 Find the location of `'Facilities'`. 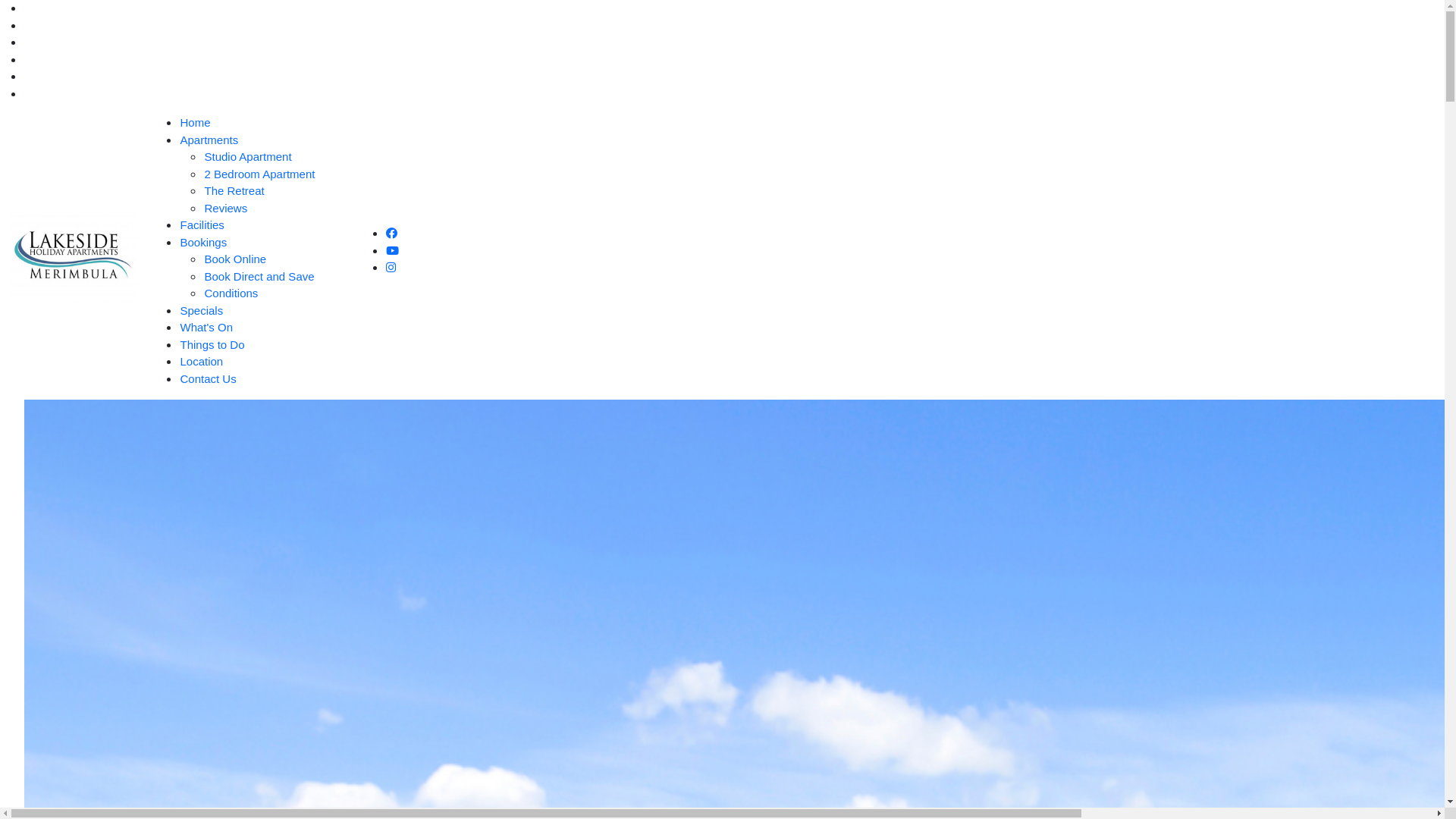

'Facilities' is located at coordinates (200, 224).